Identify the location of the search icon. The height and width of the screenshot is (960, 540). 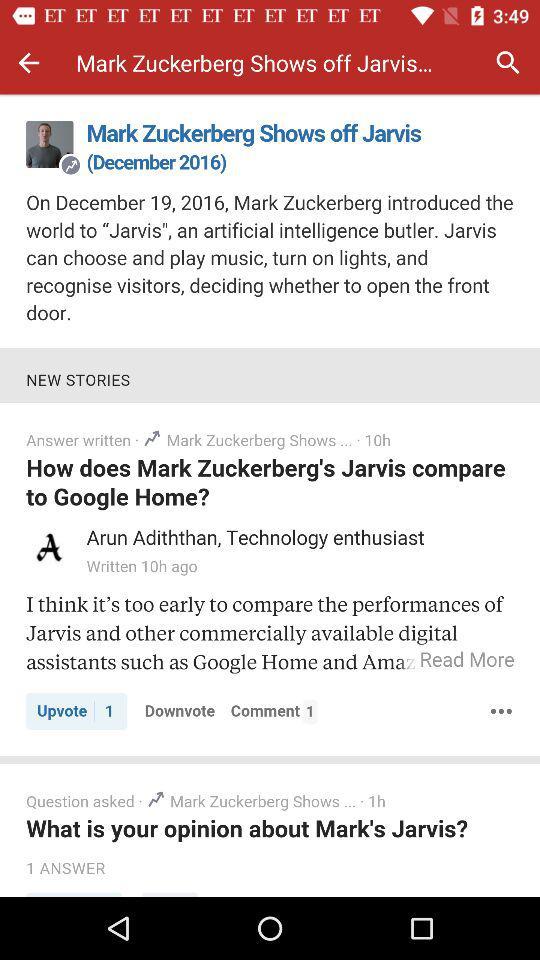
(508, 62).